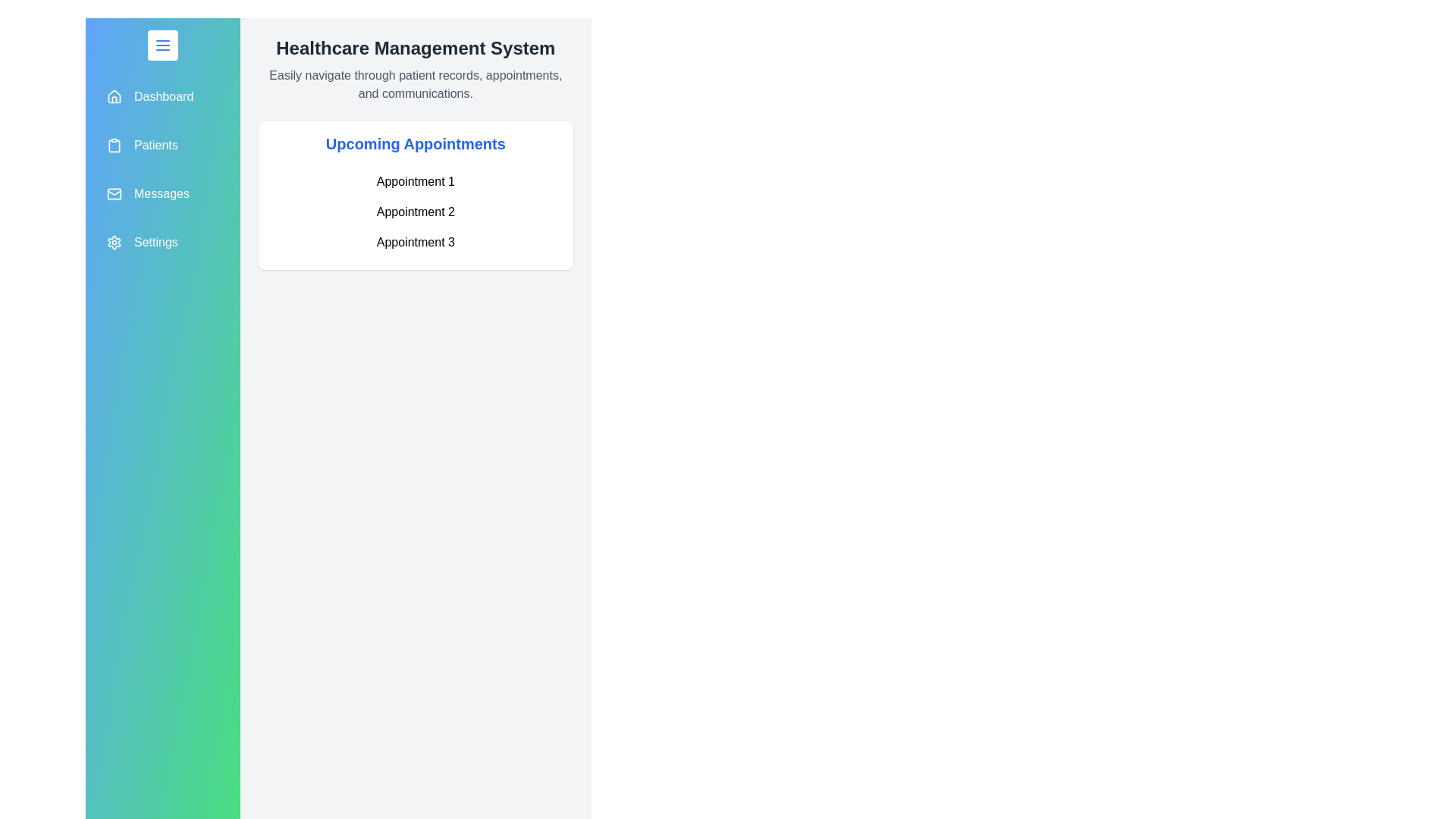  Describe the element at coordinates (162, 45) in the screenshot. I see `the toggle button to change the drawer state` at that location.